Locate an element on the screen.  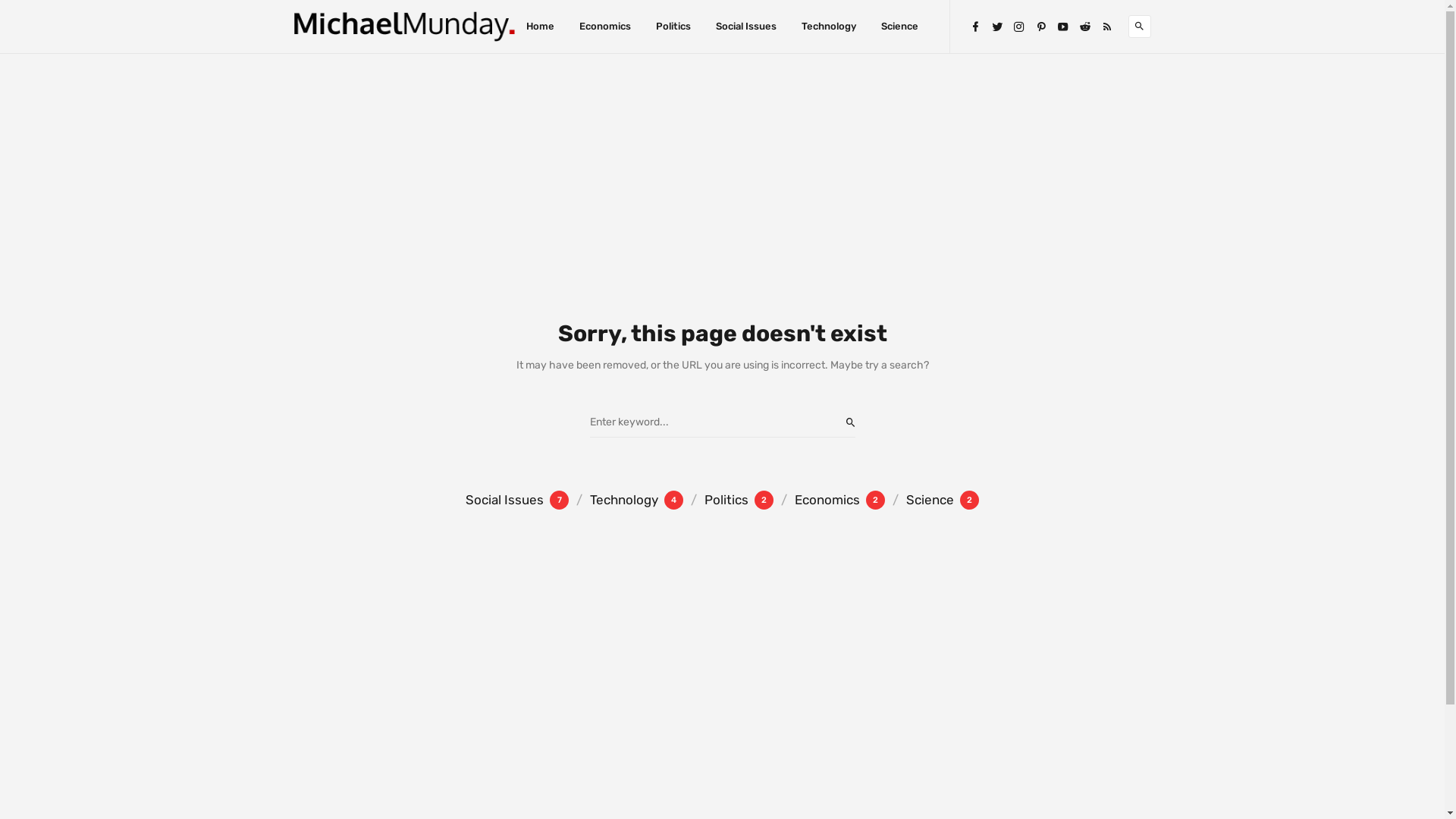
'Pinterest' is located at coordinates (1033, 26).